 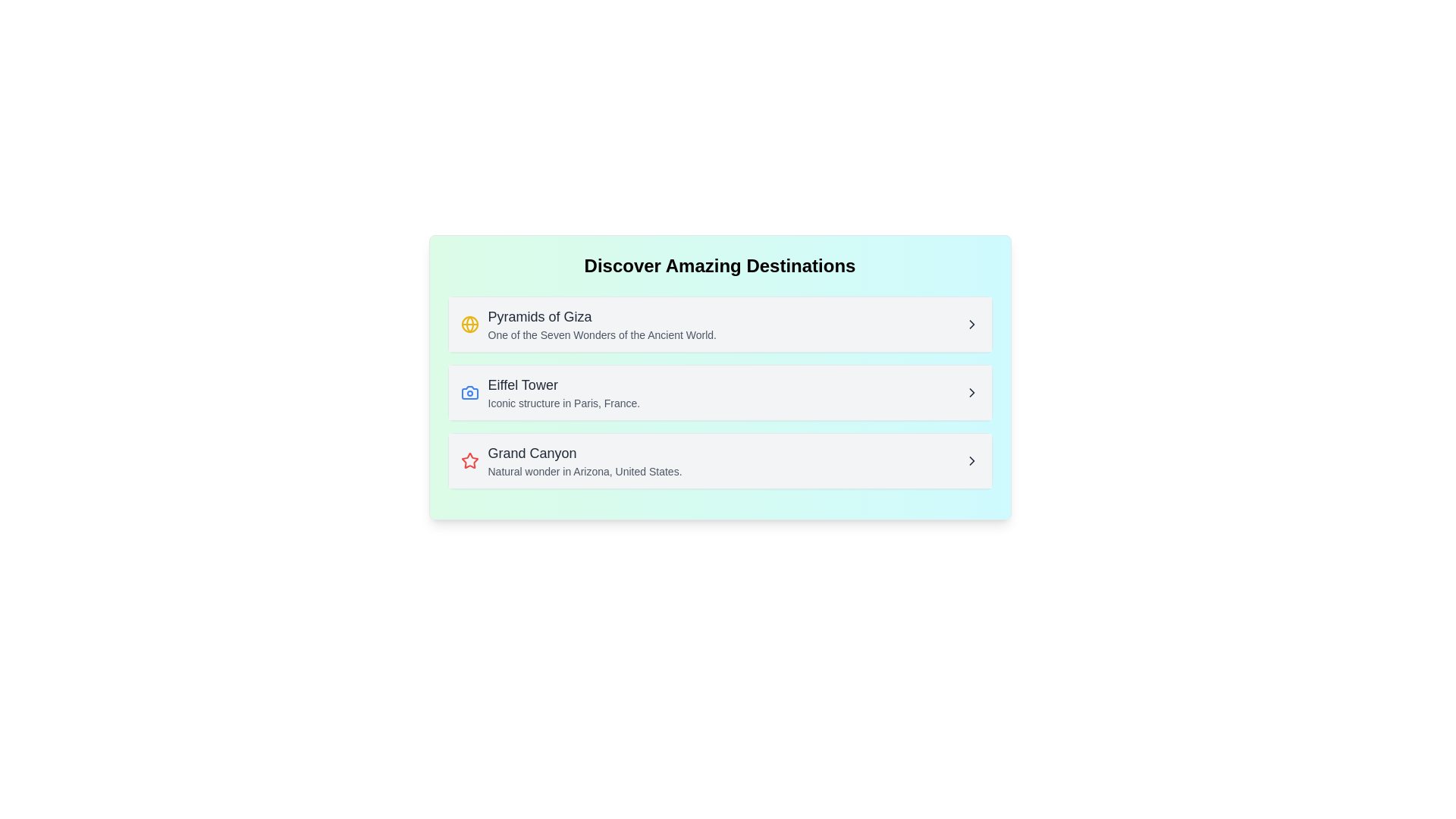 What do you see at coordinates (469, 460) in the screenshot?
I see `the decorative or category-indicative icon associated with 'Grand Canyon' located in the third row under 'Discover Amazing Destinations'` at bounding box center [469, 460].